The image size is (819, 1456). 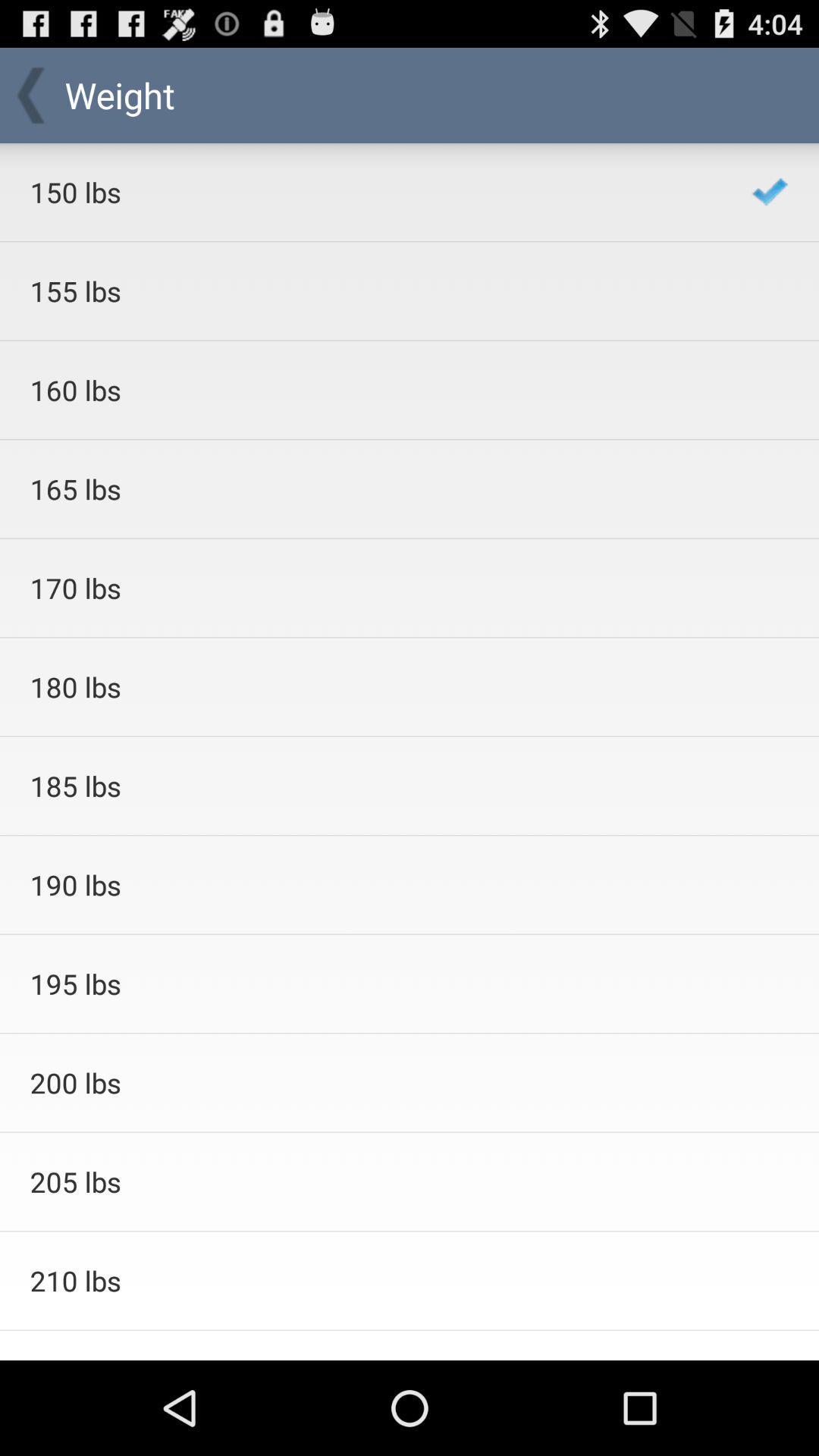 I want to click on icon above the 165 lbs icon, so click(x=371, y=390).